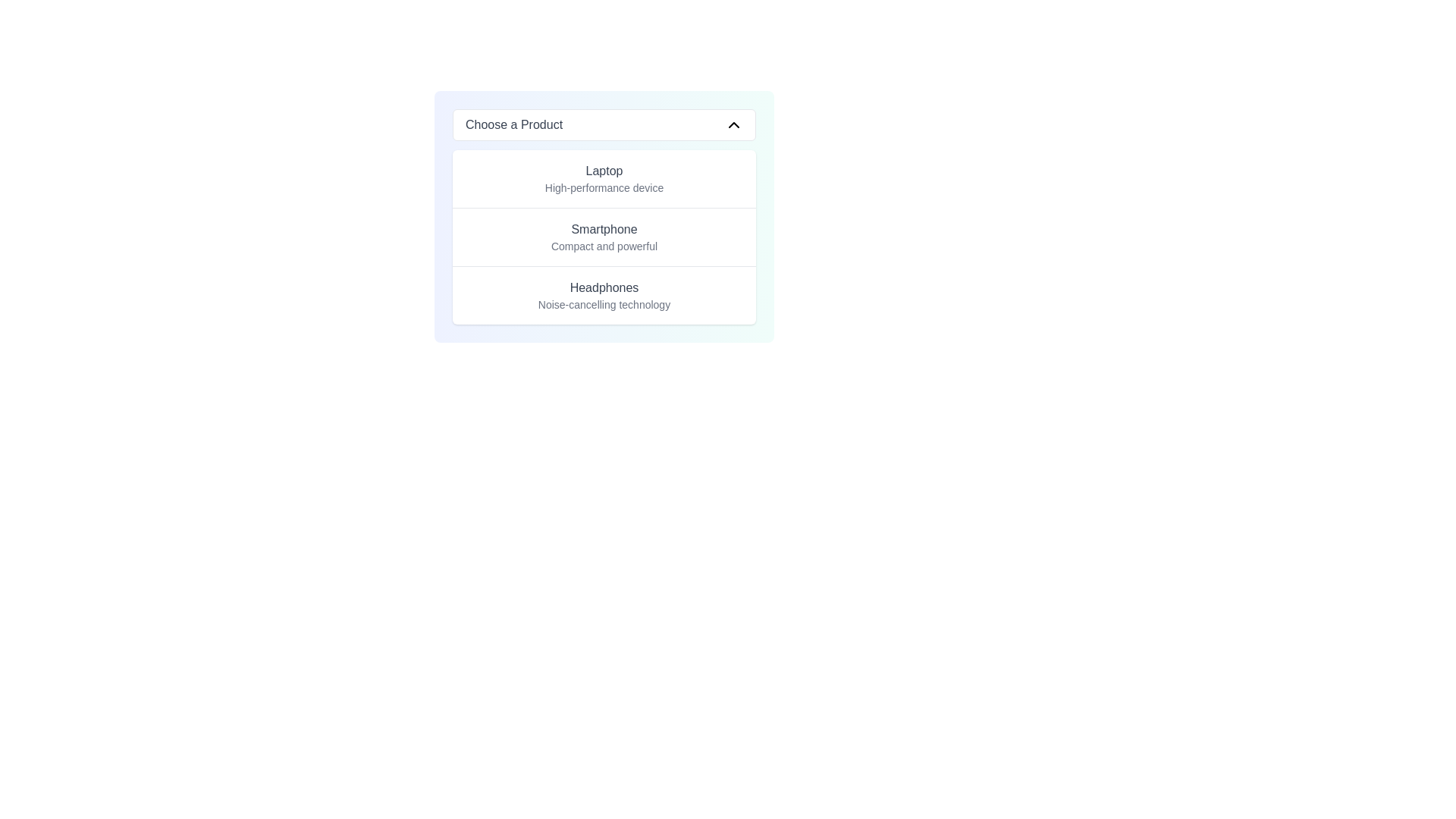 This screenshot has height=819, width=1456. What do you see at coordinates (603, 295) in the screenshot?
I see `the 'Headphones' option in the 'Choose a Product' dropdown menu` at bounding box center [603, 295].